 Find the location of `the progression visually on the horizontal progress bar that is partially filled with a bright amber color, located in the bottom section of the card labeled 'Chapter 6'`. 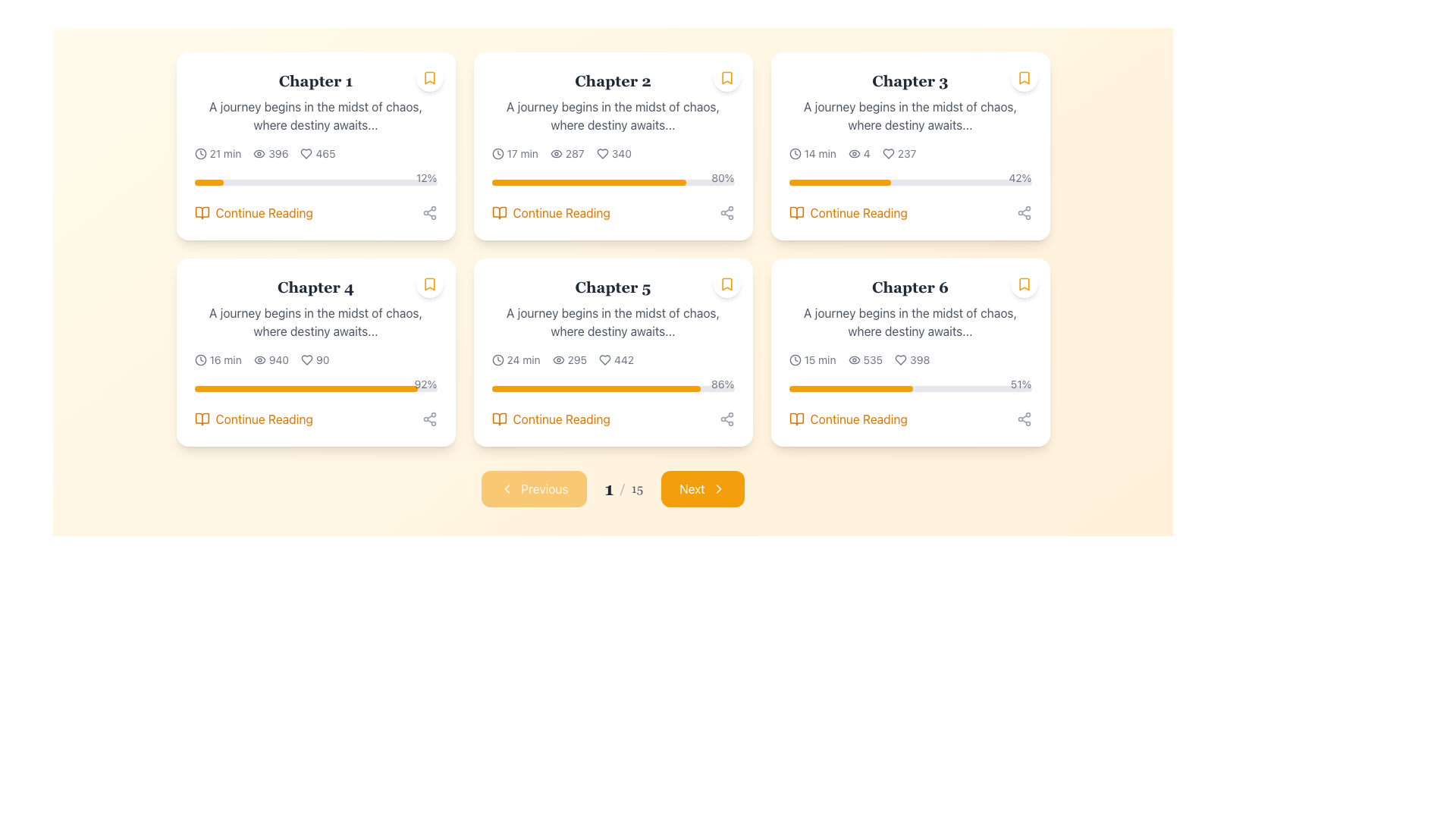

the progression visually on the horizontal progress bar that is partially filled with a bright amber color, located in the bottom section of the card labeled 'Chapter 6' is located at coordinates (851, 388).